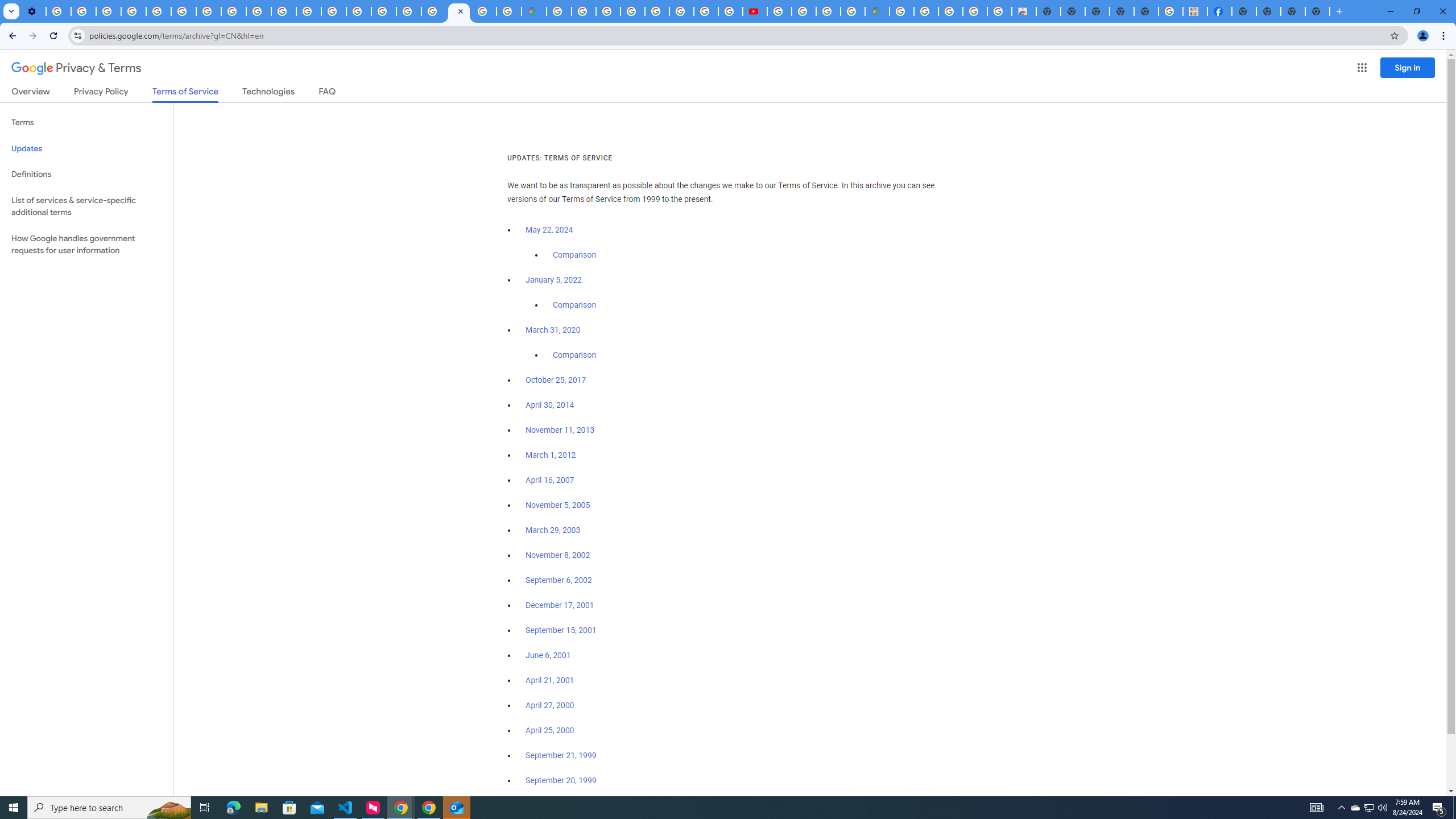  Describe the element at coordinates (547, 655) in the screenshot. I see `'June 6, 2001'` at that location.